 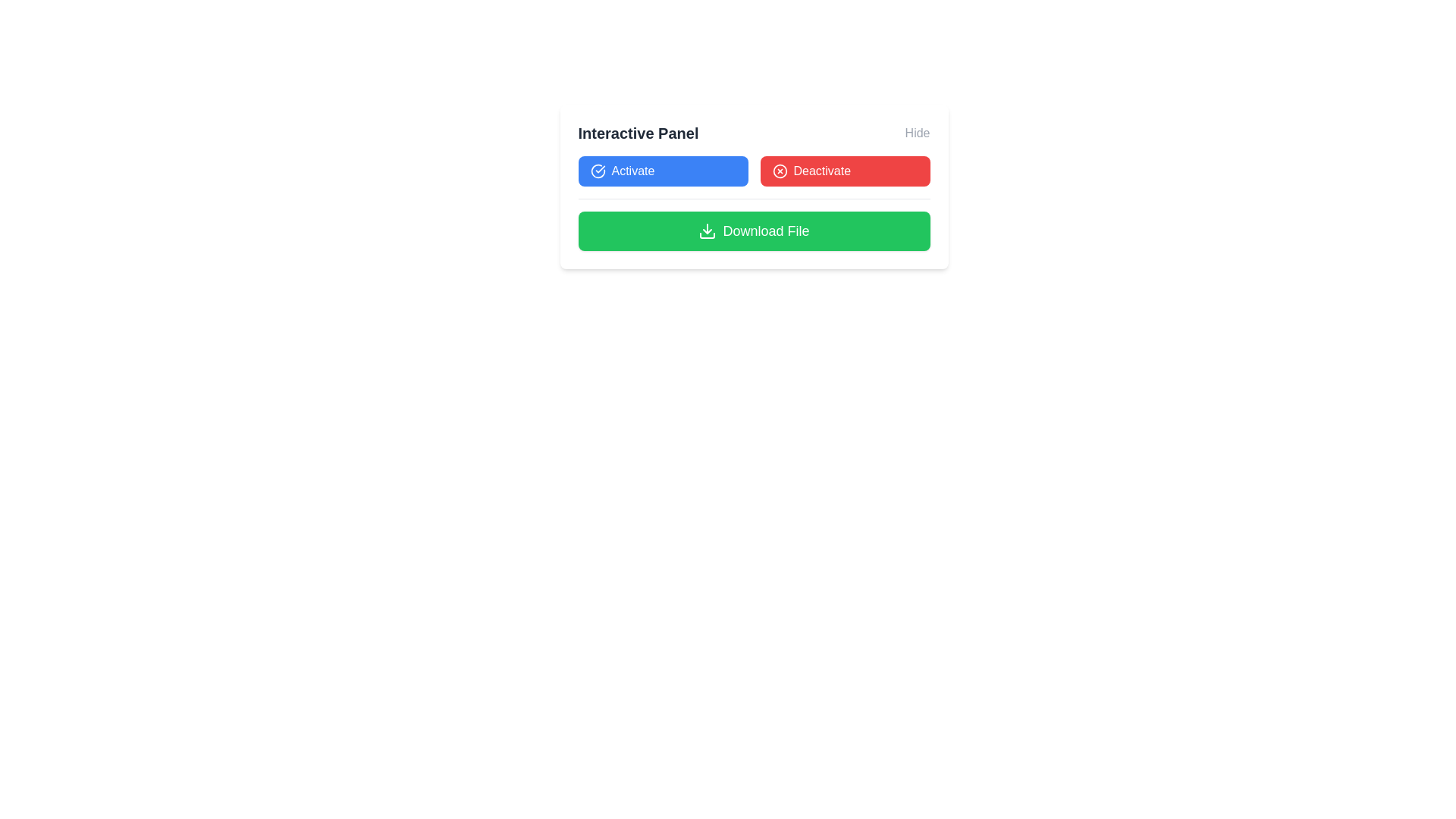 I want to click on the first button on the left in a paired button group, so click(x=663, y=171).